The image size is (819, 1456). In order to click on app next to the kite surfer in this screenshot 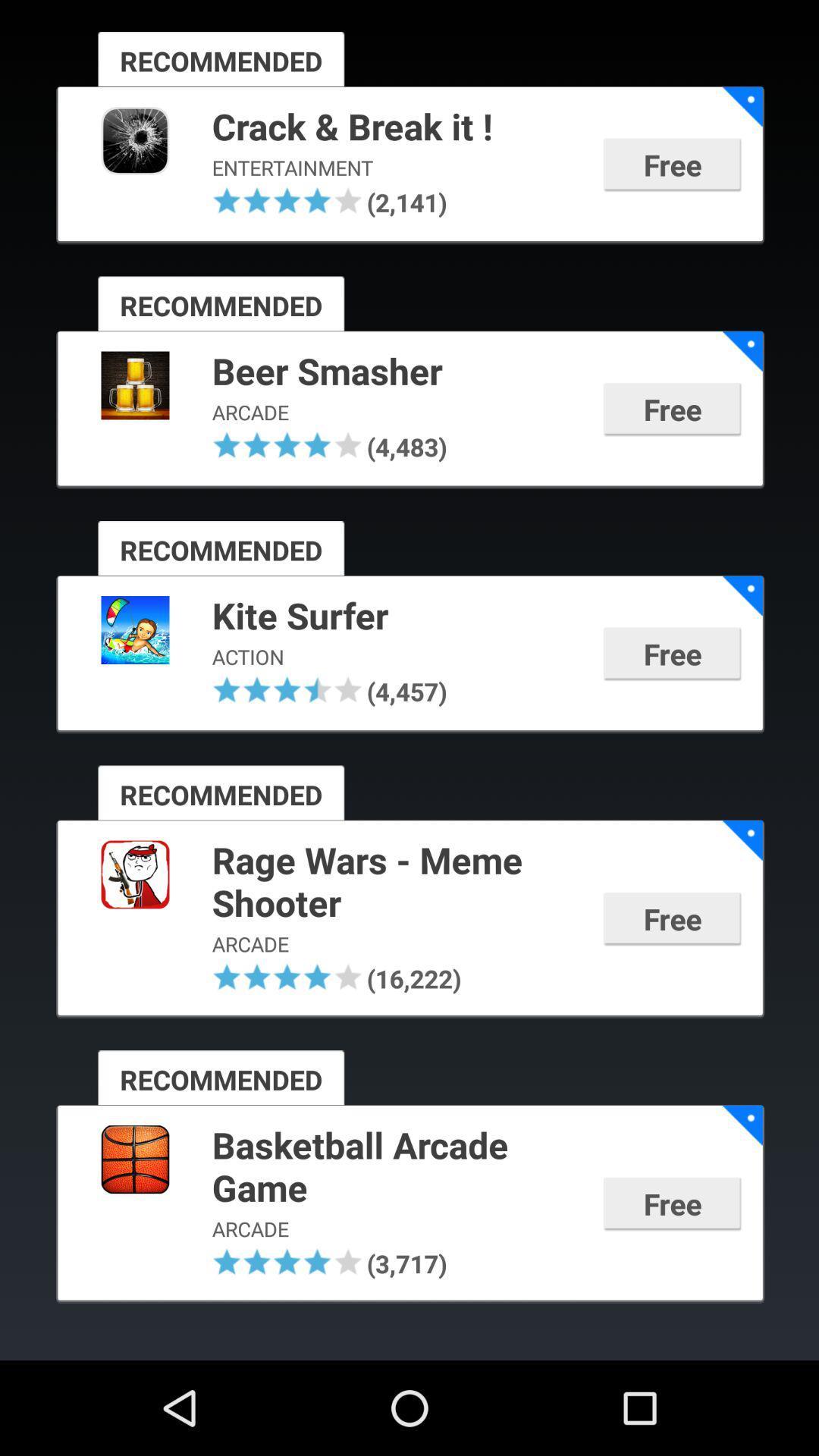, I will do `click(742, 595)`.